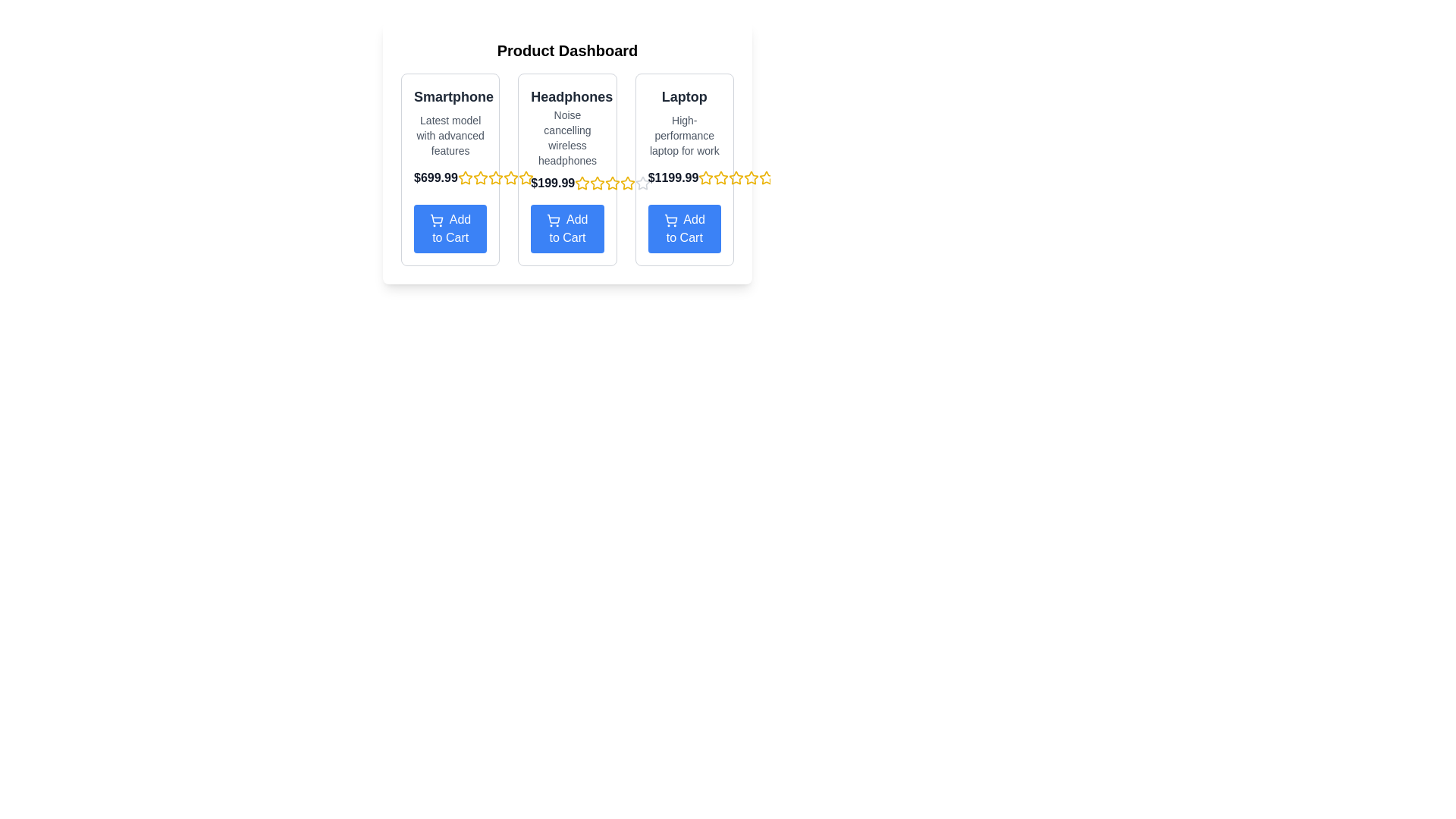  I want to click on the second star icon in the rating star row for the Laptop product, so click(643, 182).